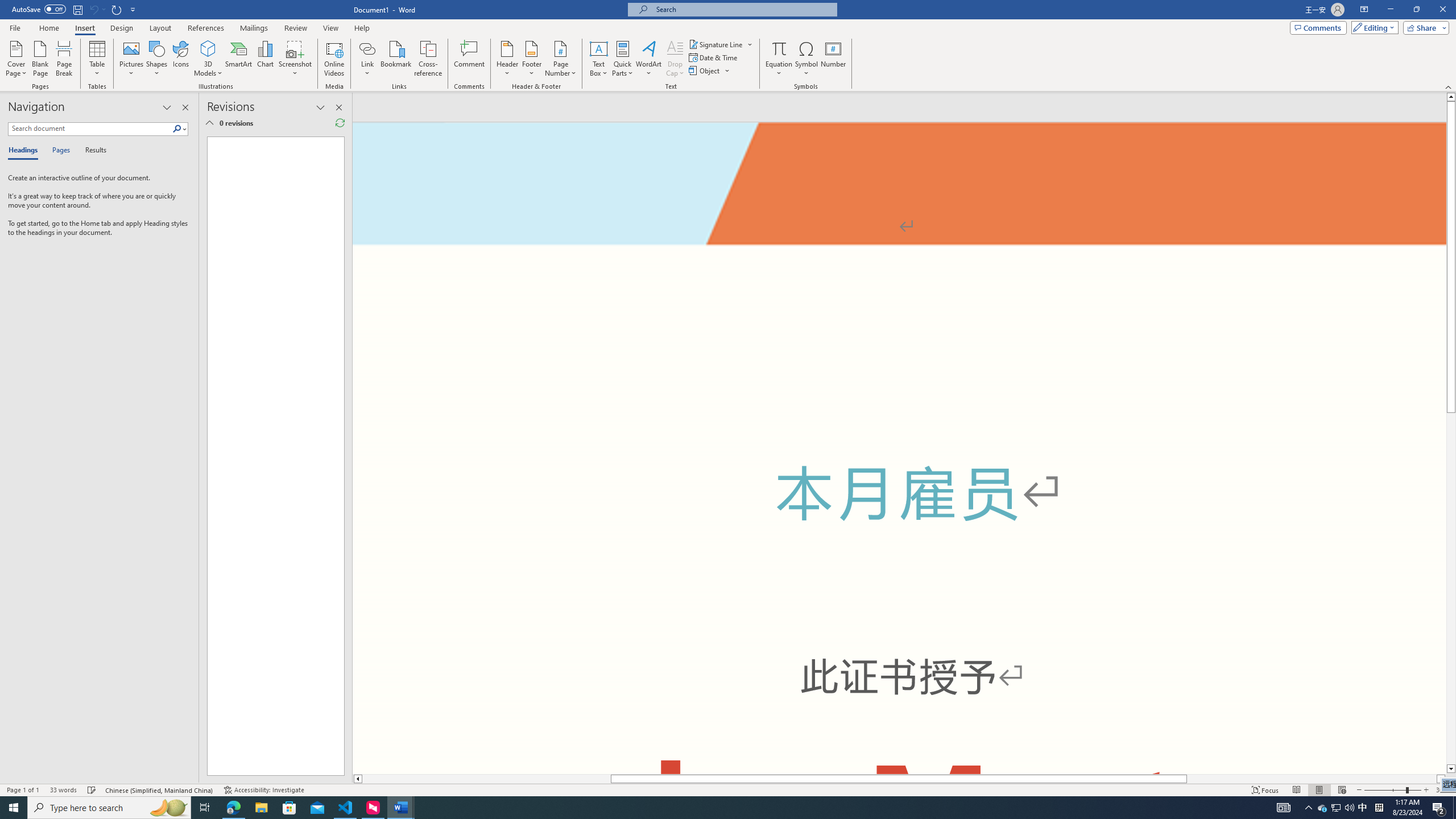 This screenshot has height=819, width=1456. Describe the element at coordinates (1441, 778) in the screenshot. I see `'Column right'` at that location.